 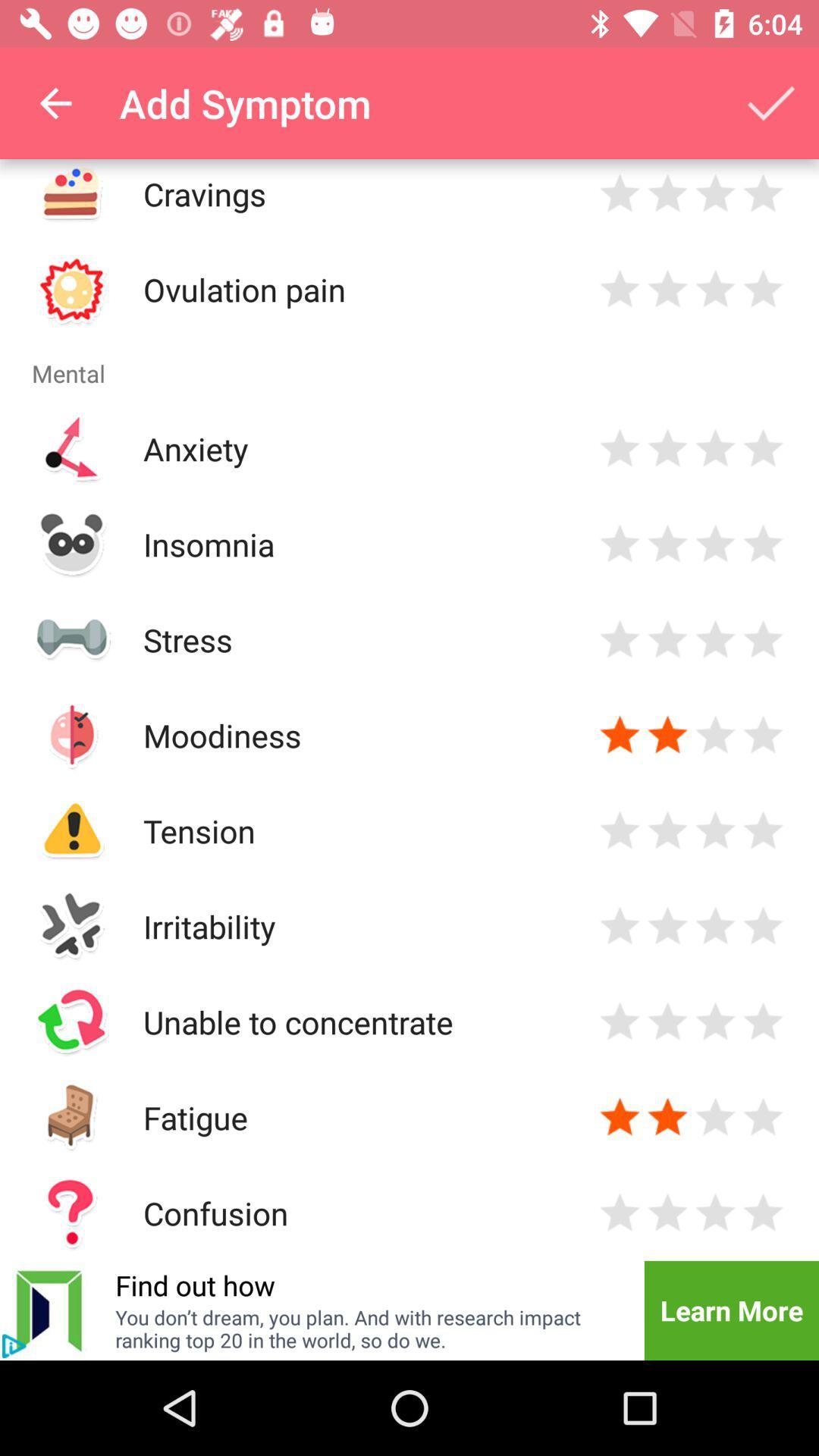 What do you see at coordinates (715, 1212) in the screenshot?
I see `rate 3 stars` at bounding box center [715, 1212].